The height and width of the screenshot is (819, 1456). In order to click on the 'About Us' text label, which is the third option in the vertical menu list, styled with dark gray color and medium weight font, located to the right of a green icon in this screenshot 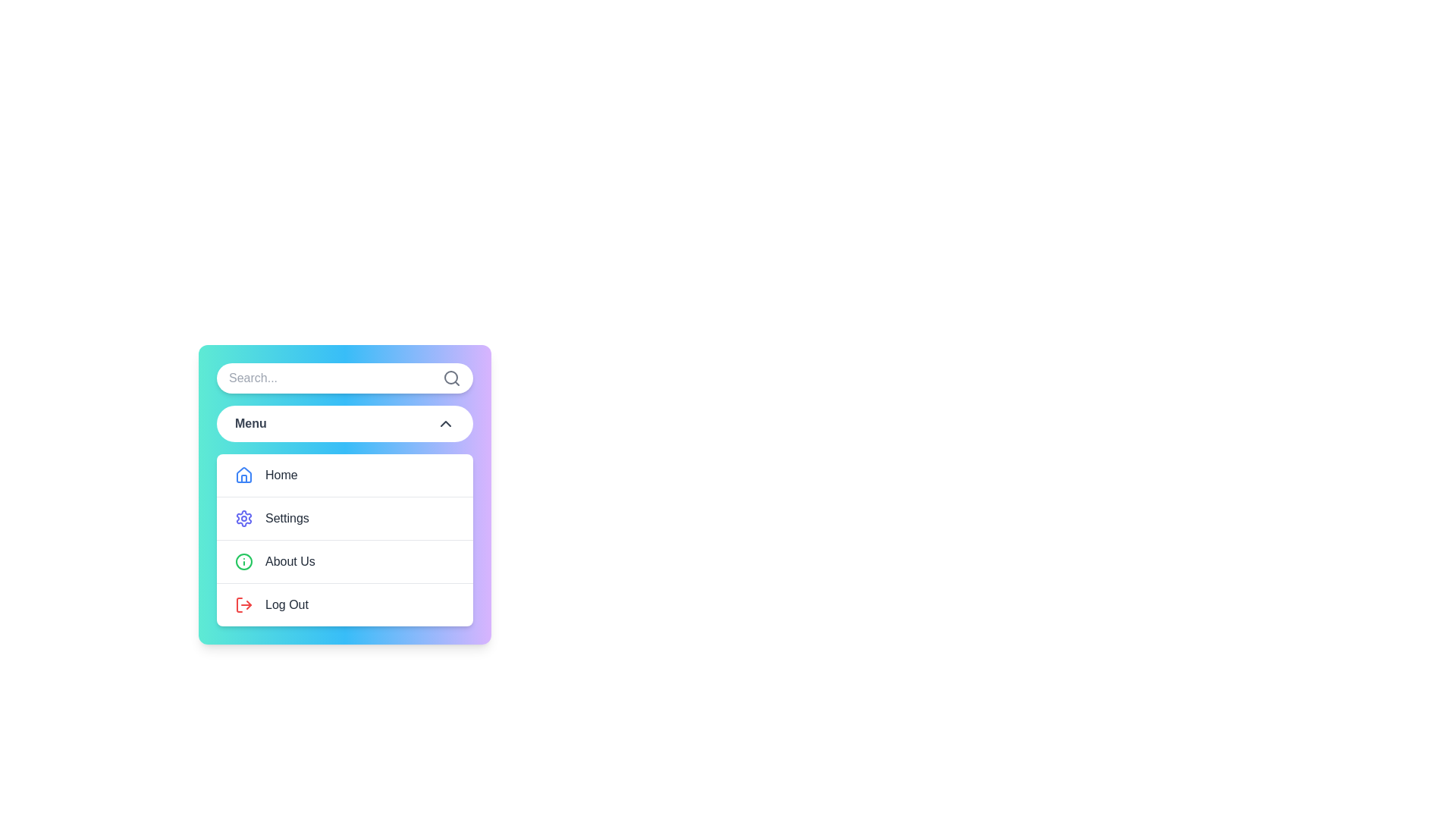, I will do `click(290, 561)`.